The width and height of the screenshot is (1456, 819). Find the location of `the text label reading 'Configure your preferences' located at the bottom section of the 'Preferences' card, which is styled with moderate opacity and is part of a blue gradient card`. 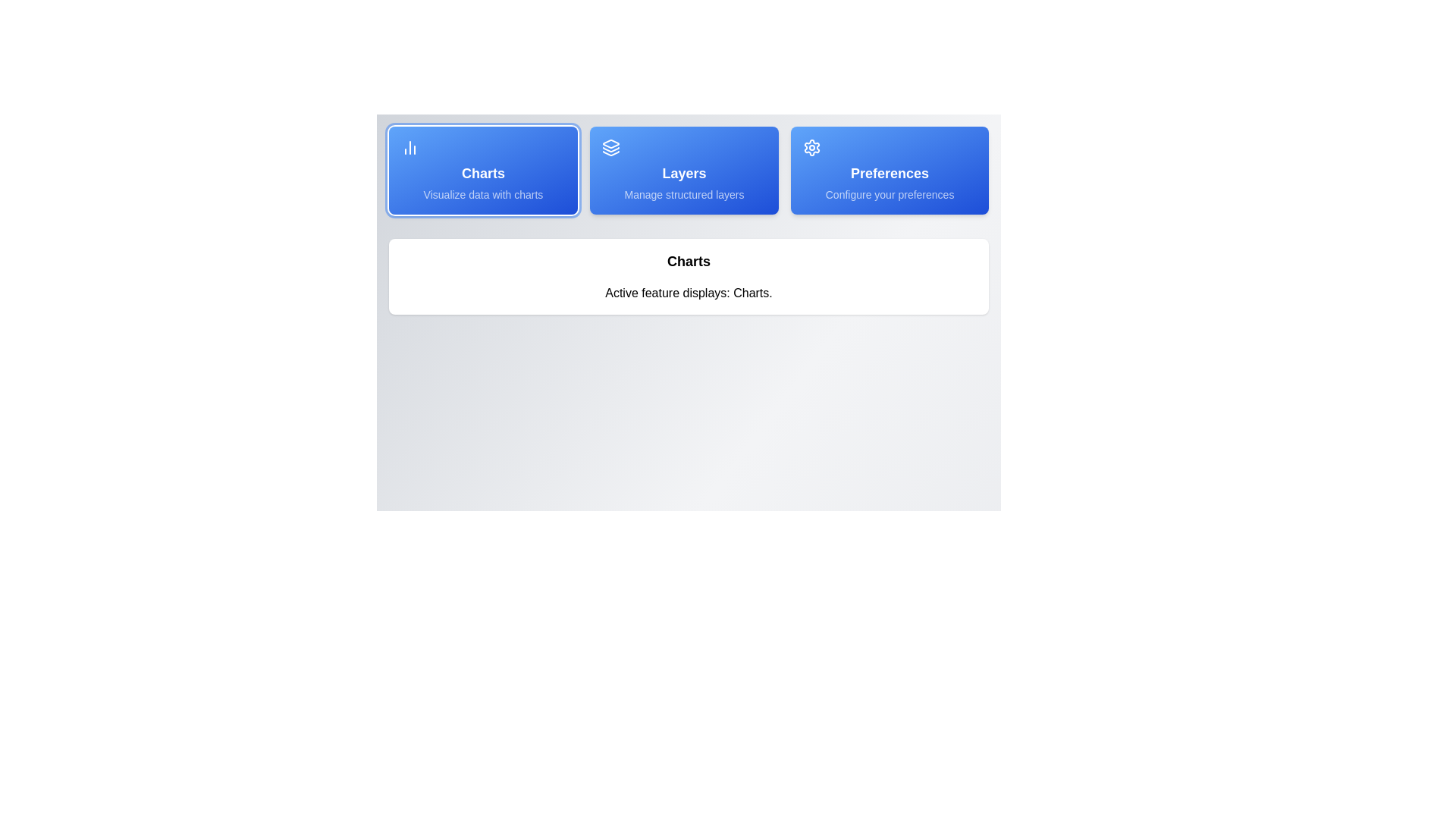

the text label reading 'Configure your preferences' located at the bottom section of the 'Preferences' card, which is styled with moderate opacity and is part of a blue gradient card is located at coordinates (890, 194).